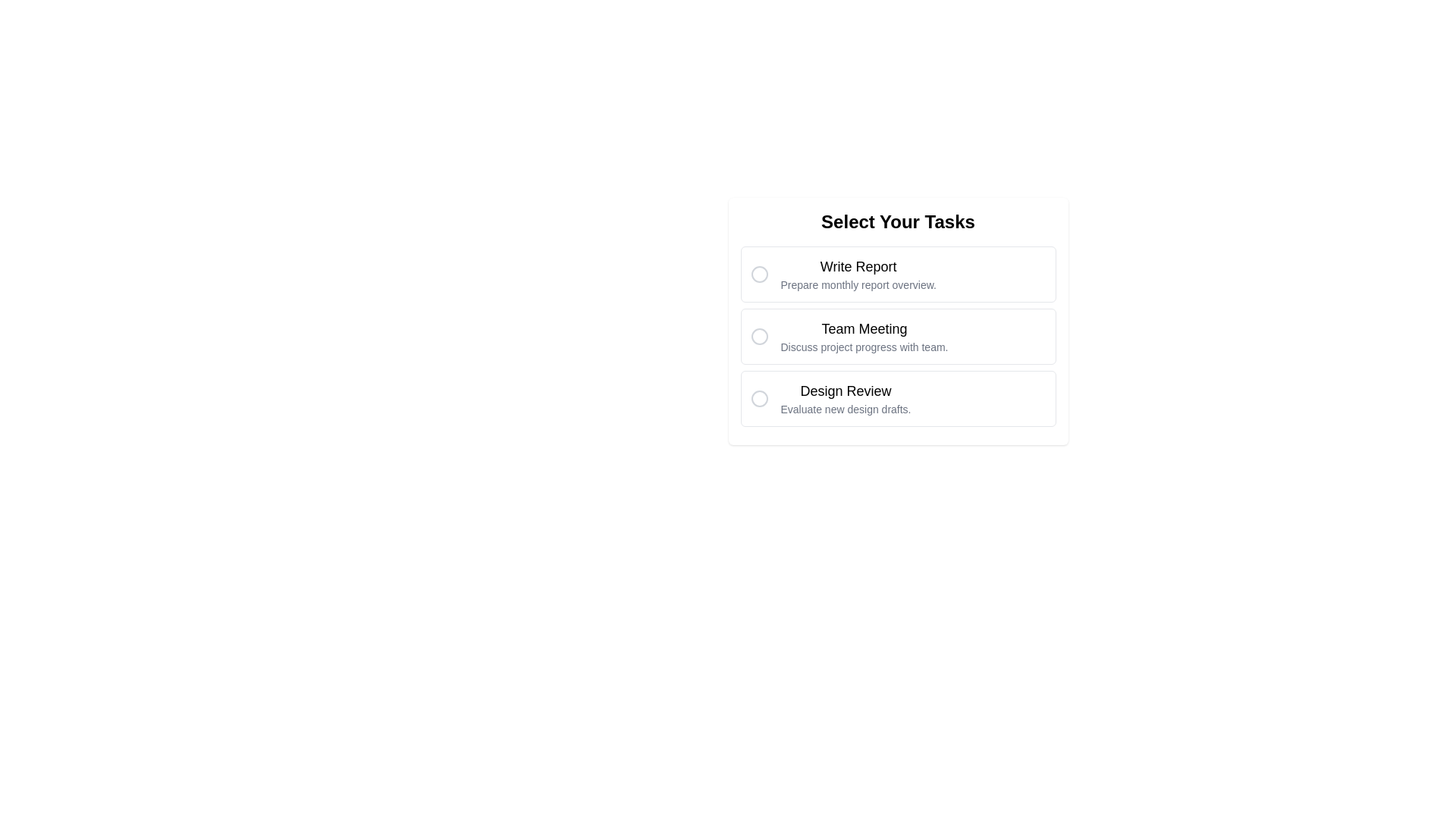  Describe the element at coordinates (759, 335) in the screenshot. I see `the circular graphical icon with a gray border located in the top-left corner of the 'Team Meeting' task card` at that location.